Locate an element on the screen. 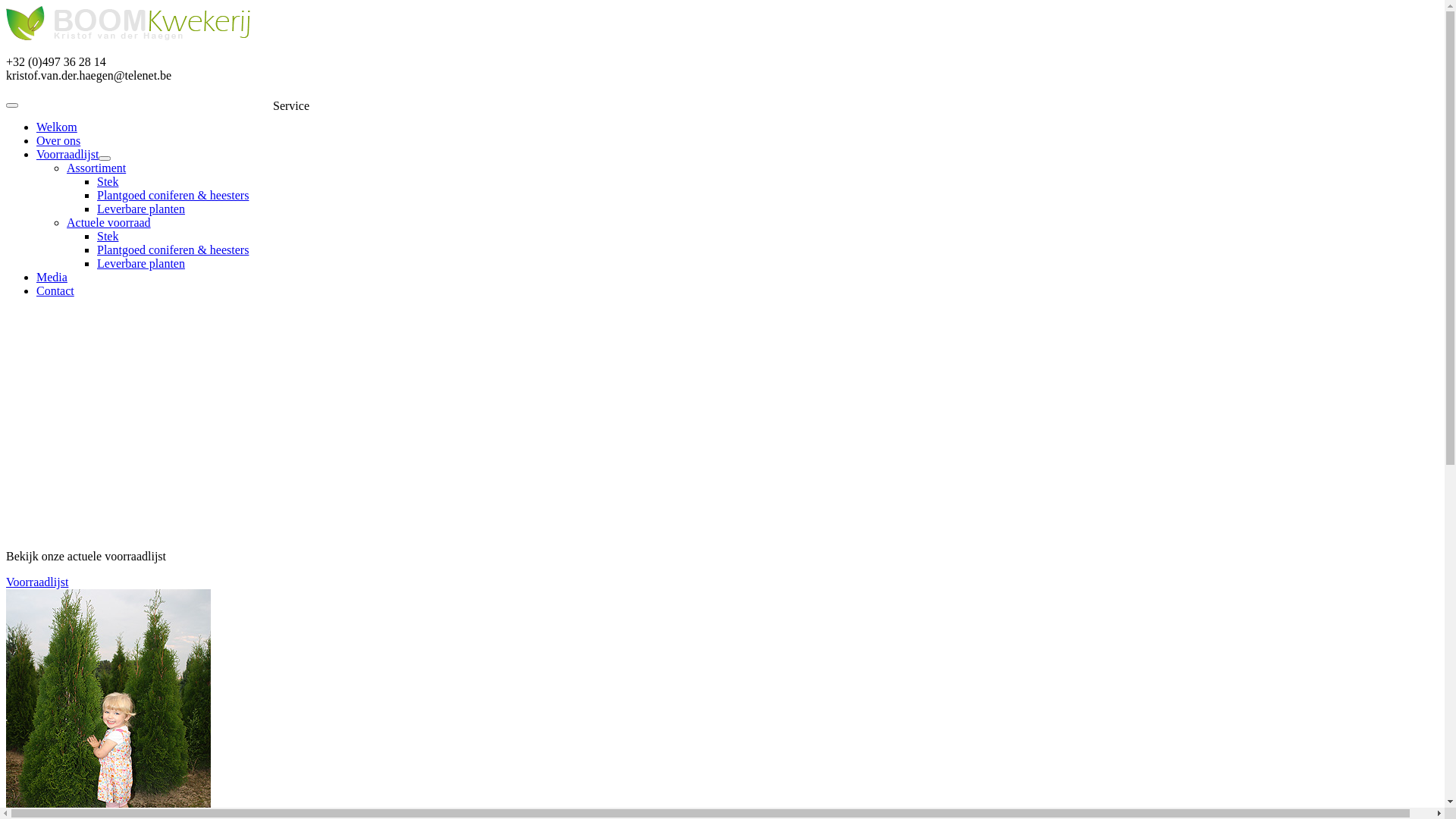 Image resolution: width=1456 pixels, height=819 pixels. 'Plantgoed coniferen & heesters' is located at coordinates (172, 249).